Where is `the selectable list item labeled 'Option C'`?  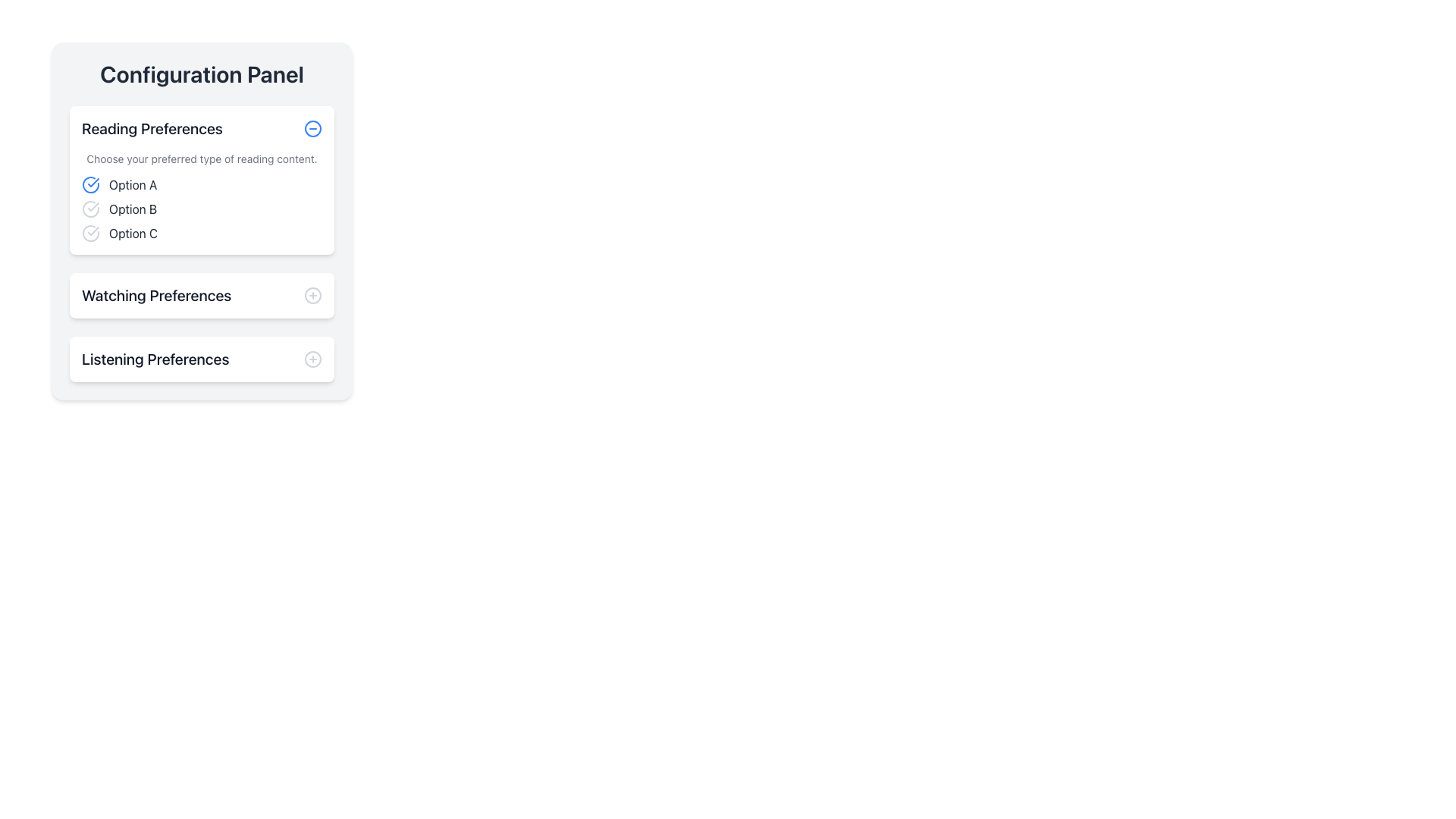 the selectable list item labeled 'Option C' is located at coordinates (201, 234).